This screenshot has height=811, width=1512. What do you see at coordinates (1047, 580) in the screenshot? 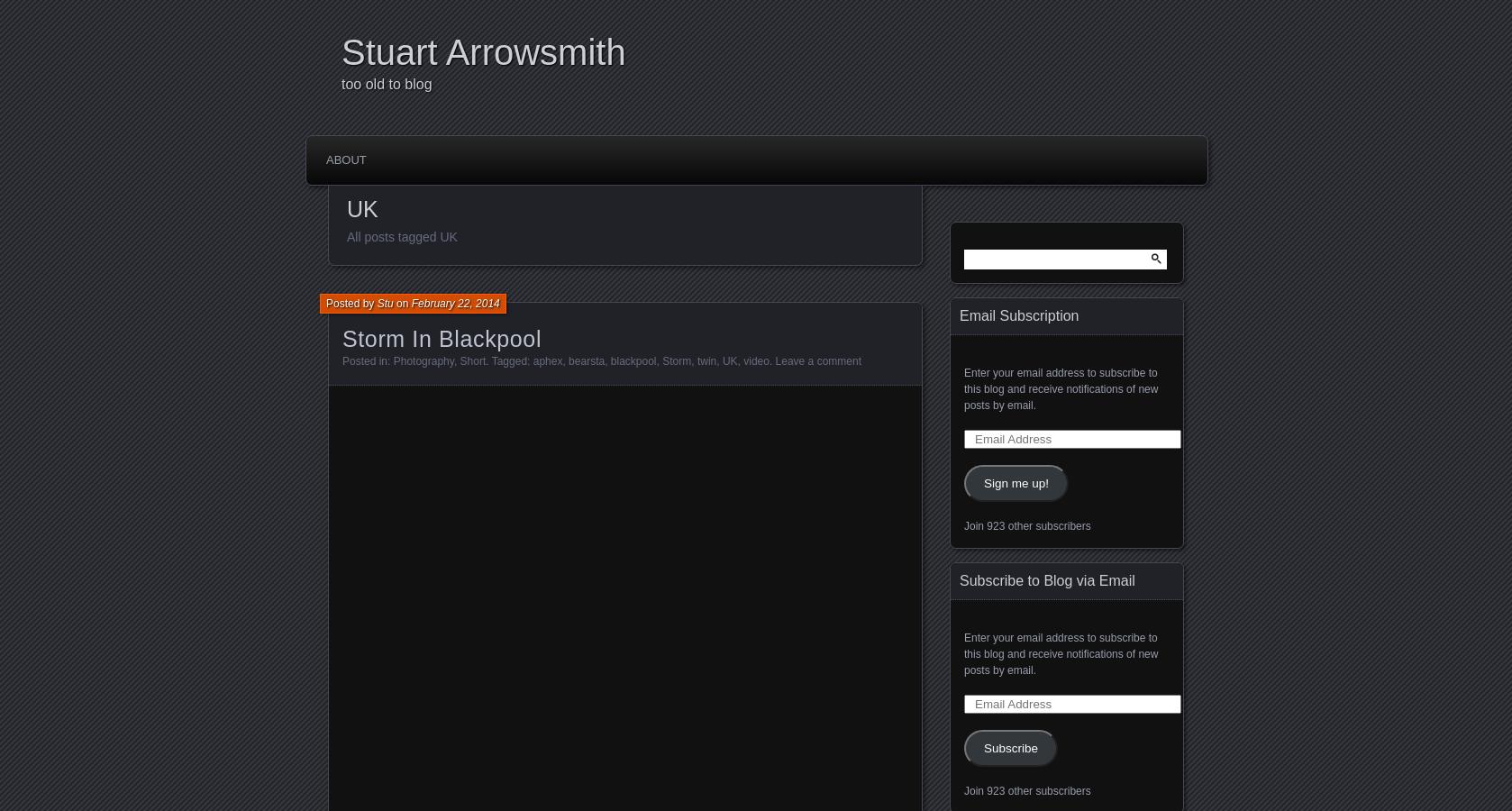
I see `'Subscribe to Blog via Email'` at bounding box center [1047, 580].